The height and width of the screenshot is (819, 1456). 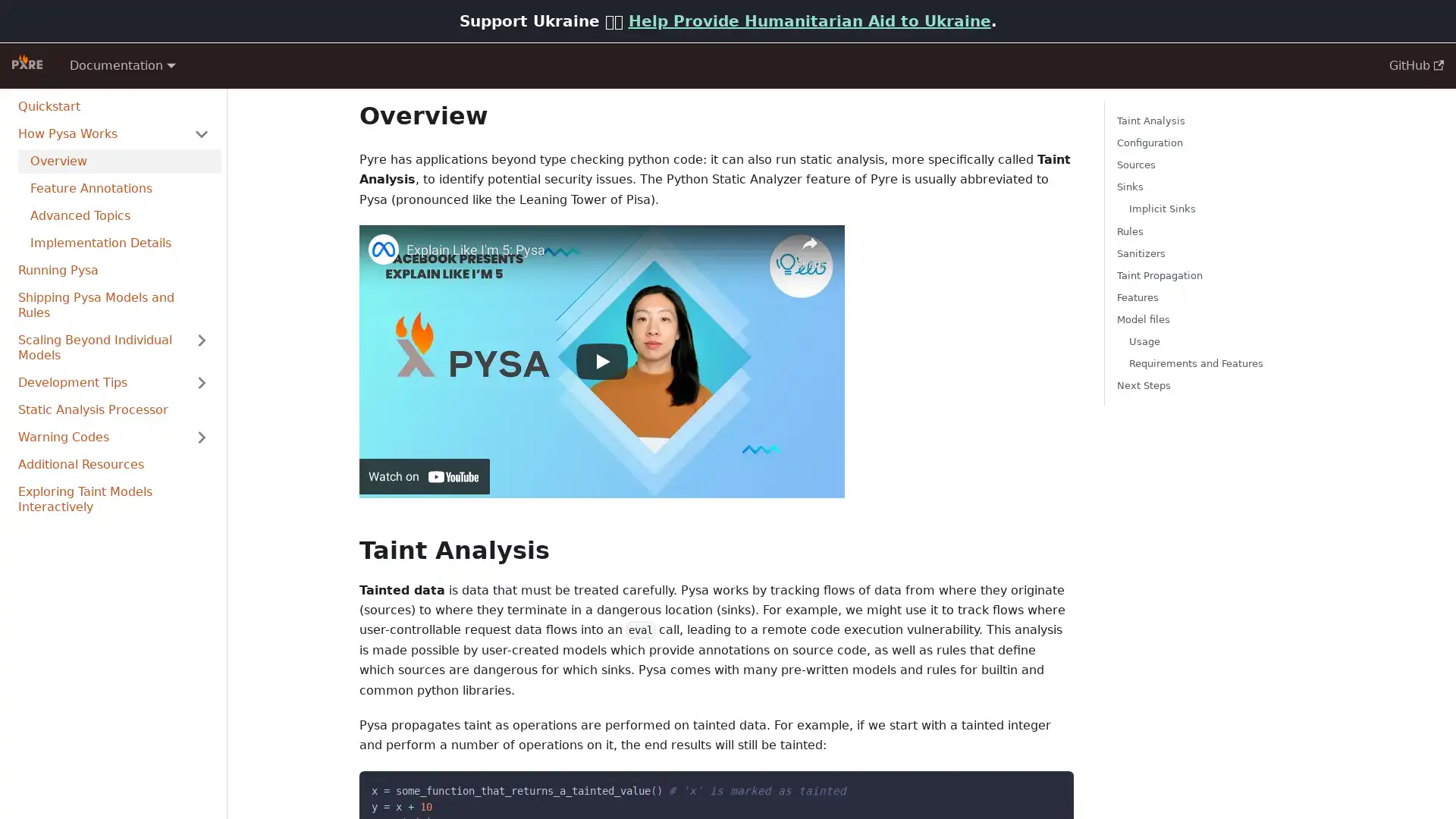 I want to click on Copy code to clipboard, so click(x=1048, y=786).